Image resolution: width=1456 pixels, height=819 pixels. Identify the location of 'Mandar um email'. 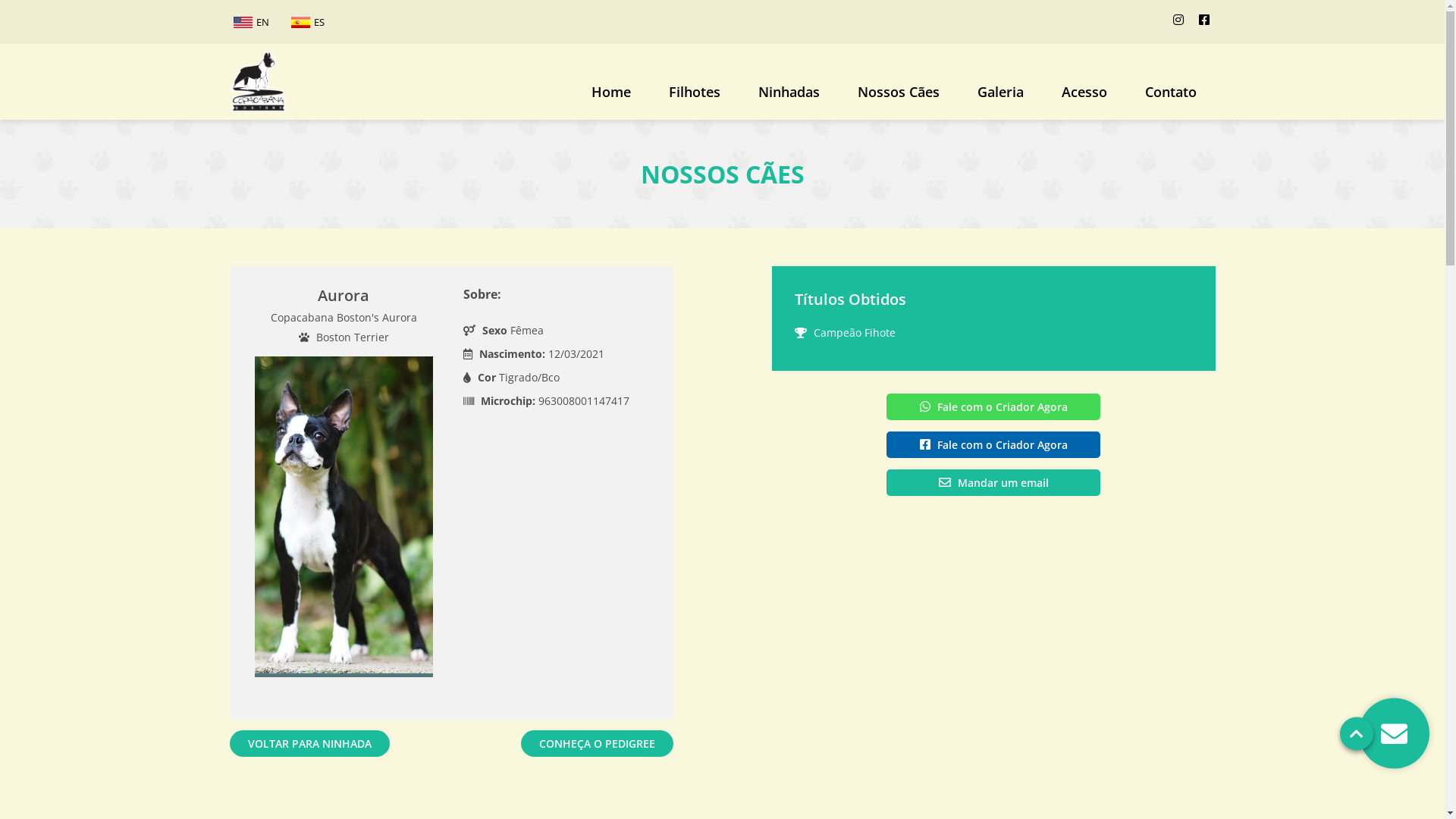
(993, 482).